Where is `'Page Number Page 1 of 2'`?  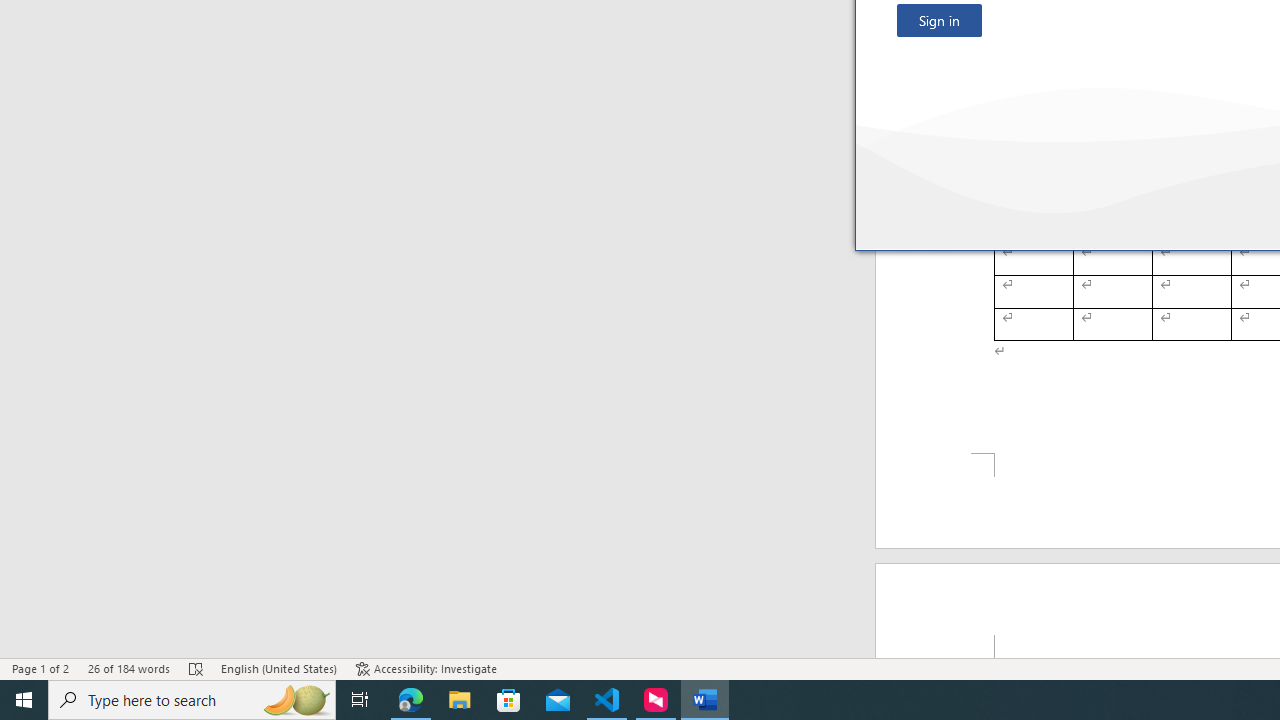 'Page Number Page 1 of 2' is located at coordinates (40, 669).